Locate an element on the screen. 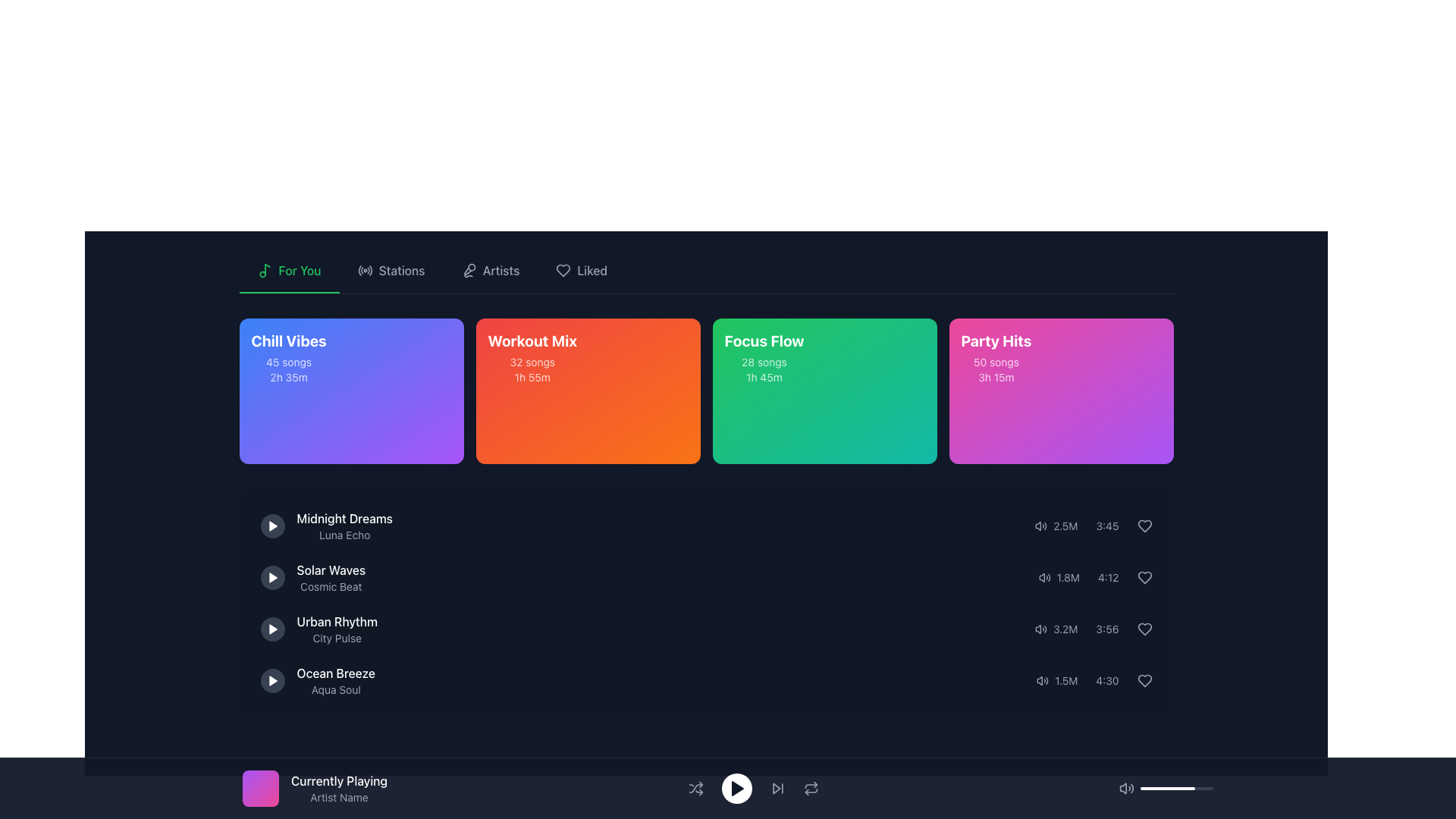  information displayed on the Label with graphic accompaniment indicating the currently playing track and artist's name located towards the bottom left of the interface is located at coordinates (314, 788).